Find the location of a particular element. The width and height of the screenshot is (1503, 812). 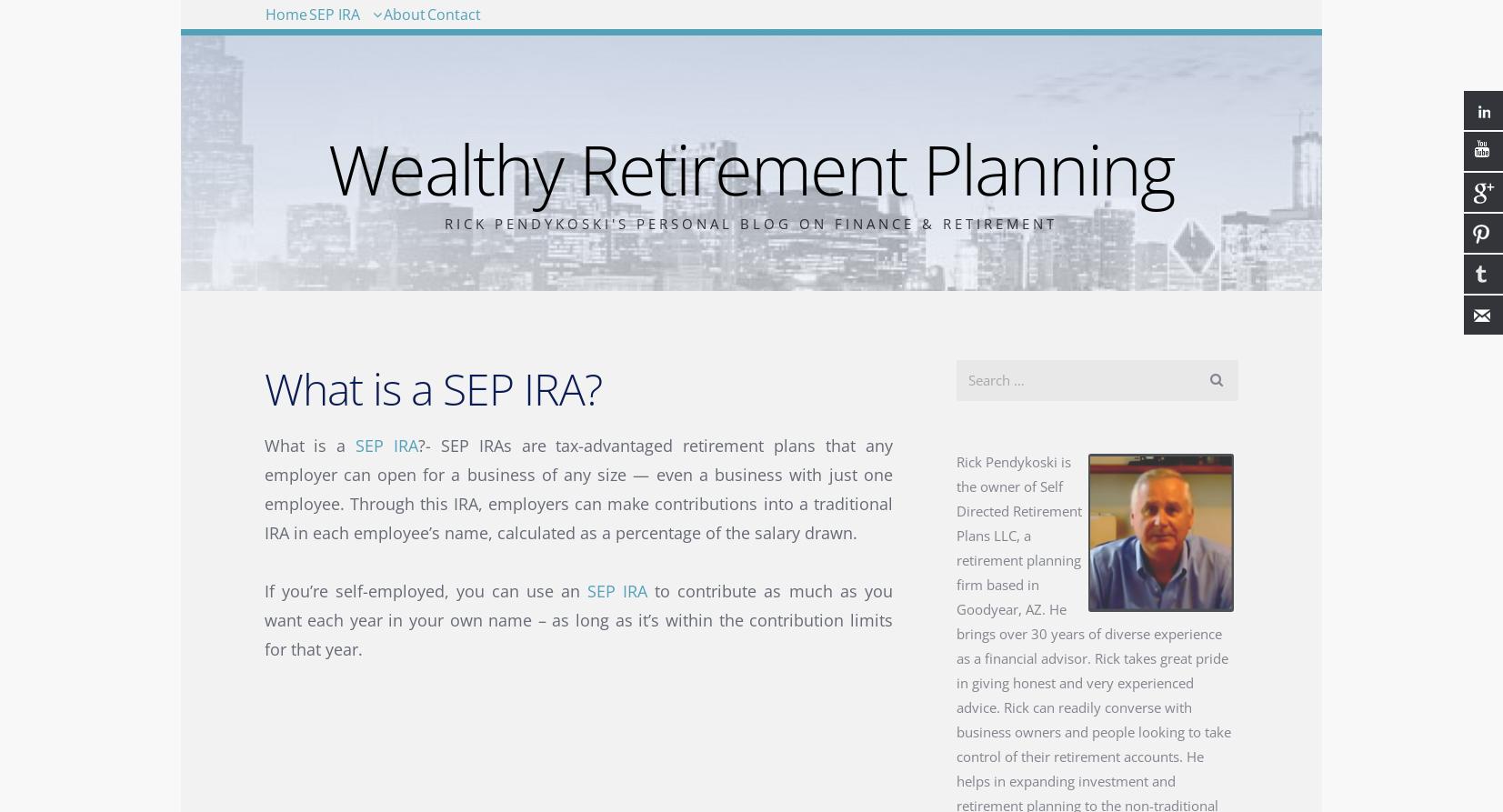

'Wealthy Retirement Planning' is located at coordinates (750, 166).